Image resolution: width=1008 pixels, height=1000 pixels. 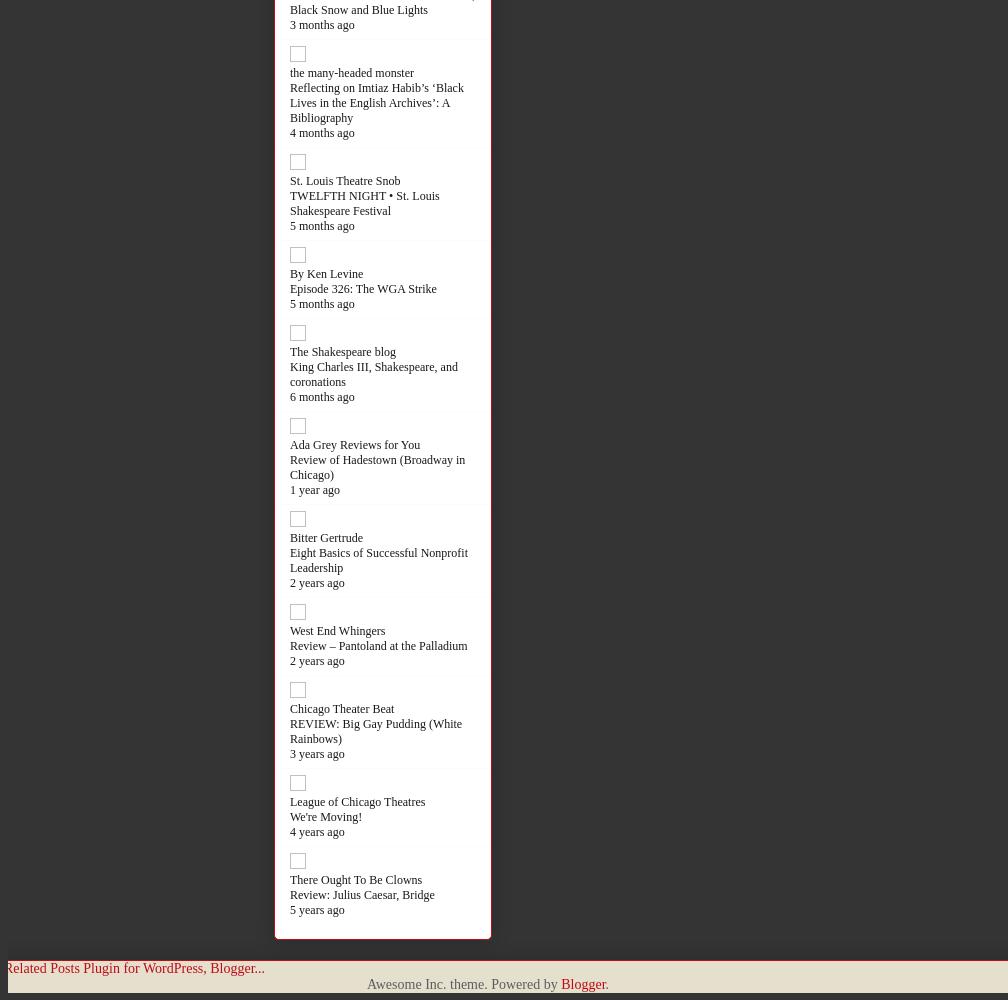 I want to click on 'King Charles III, Shakespeare, and coronations', so click(x=290, y=372).